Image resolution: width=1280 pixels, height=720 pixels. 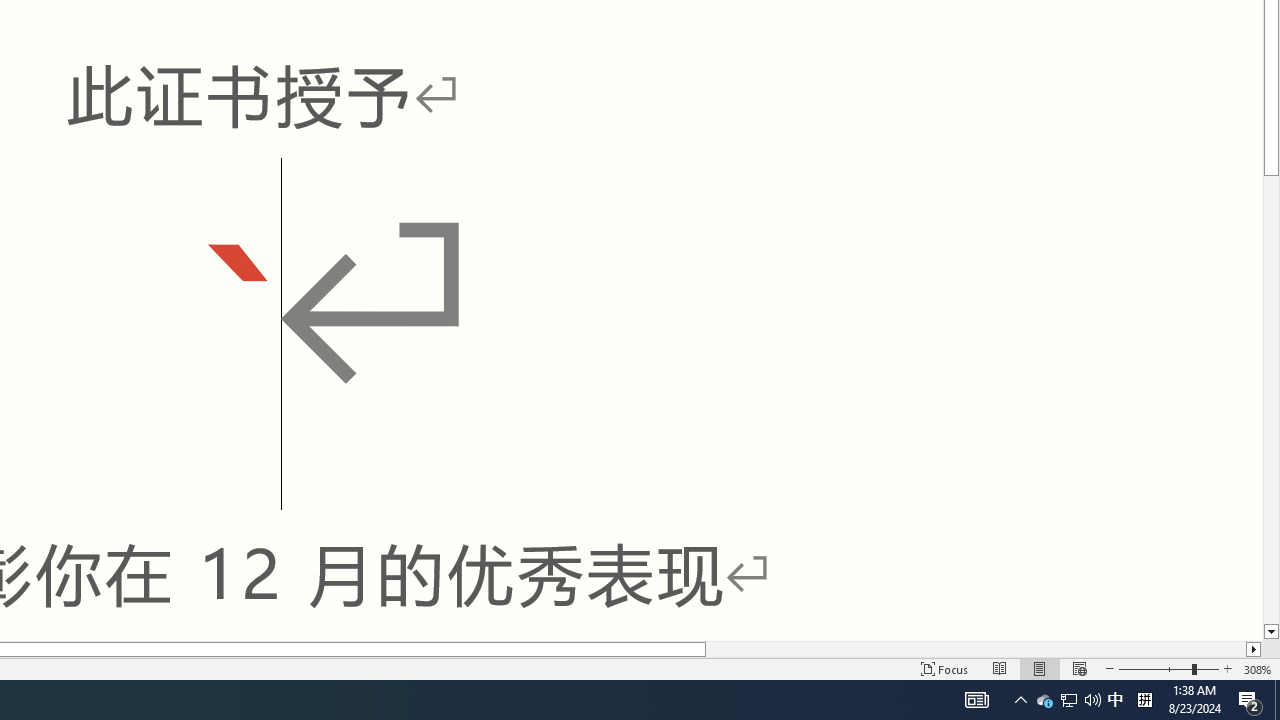 What do you see at coordinates (1040, 669) in the screenshot?
I see `'Print Layout'` at bounding box center [1040, 669].